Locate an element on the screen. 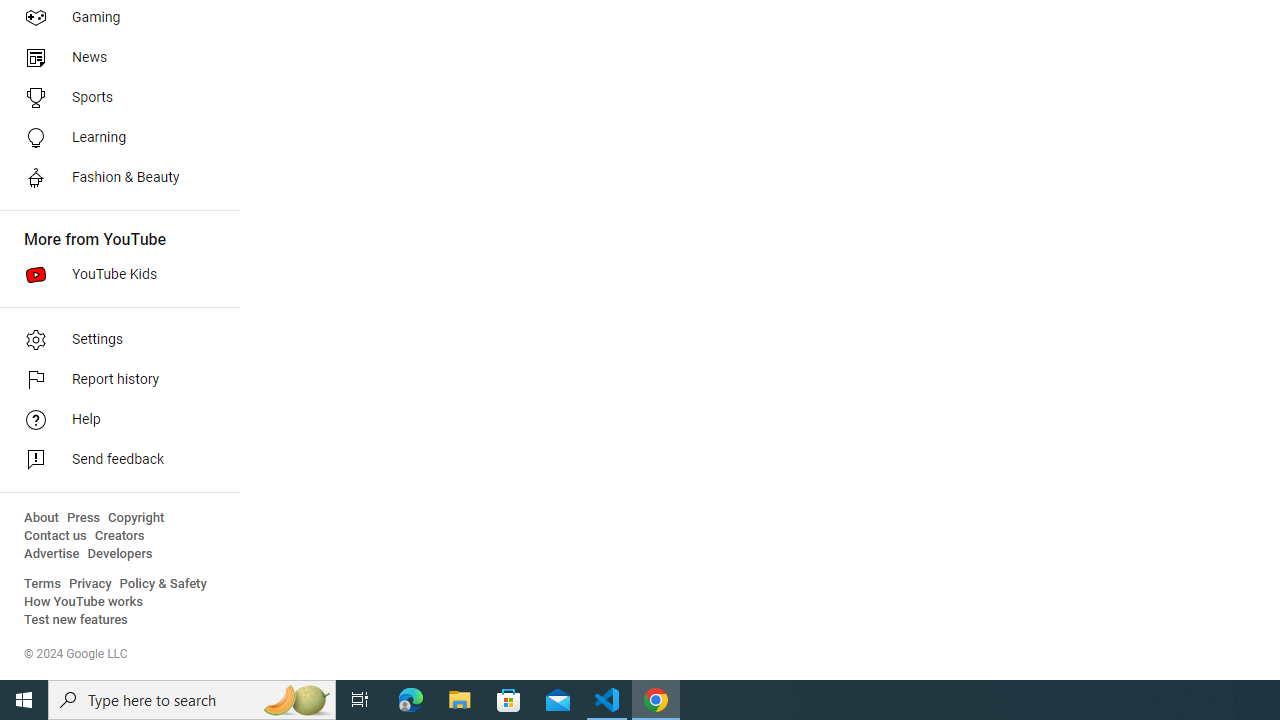 This screenshot has height=720, width=1280. 'Copyright' is located at coordinates (135, 517).